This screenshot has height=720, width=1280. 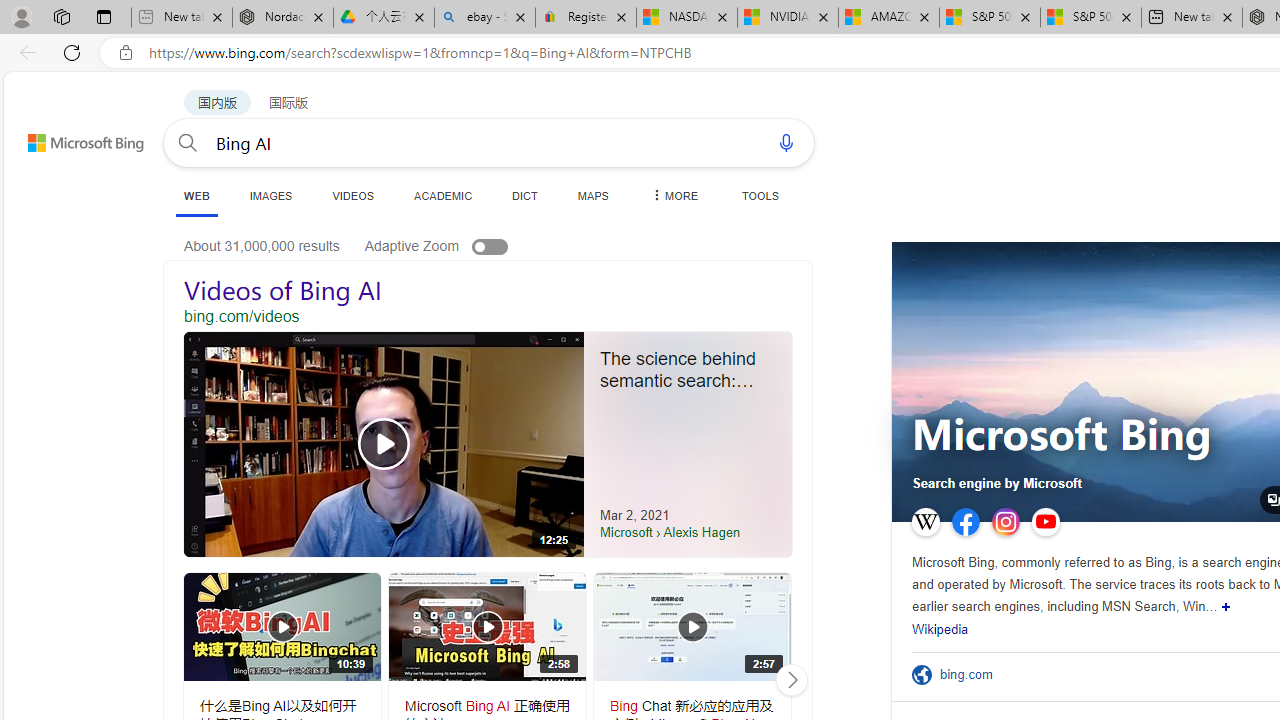 What do you see at coordinates (1089, 17) in the screenshot?
I see `'S&P 500, Nasdaq end lower, weighed by Nvidia dip | Watch'` at bounding box center [1089, 17].